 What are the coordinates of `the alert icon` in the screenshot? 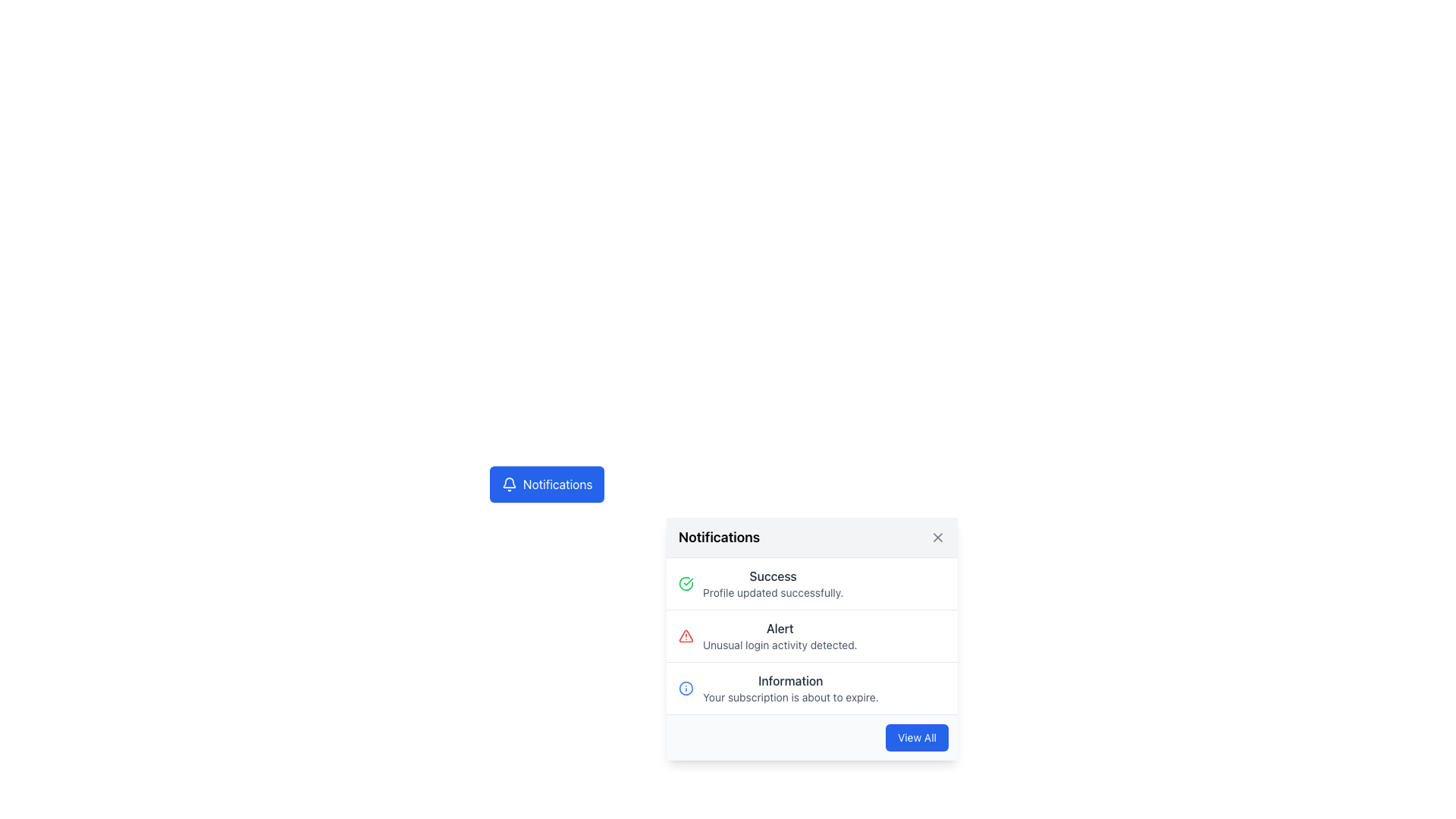 It's located at (685, 635).